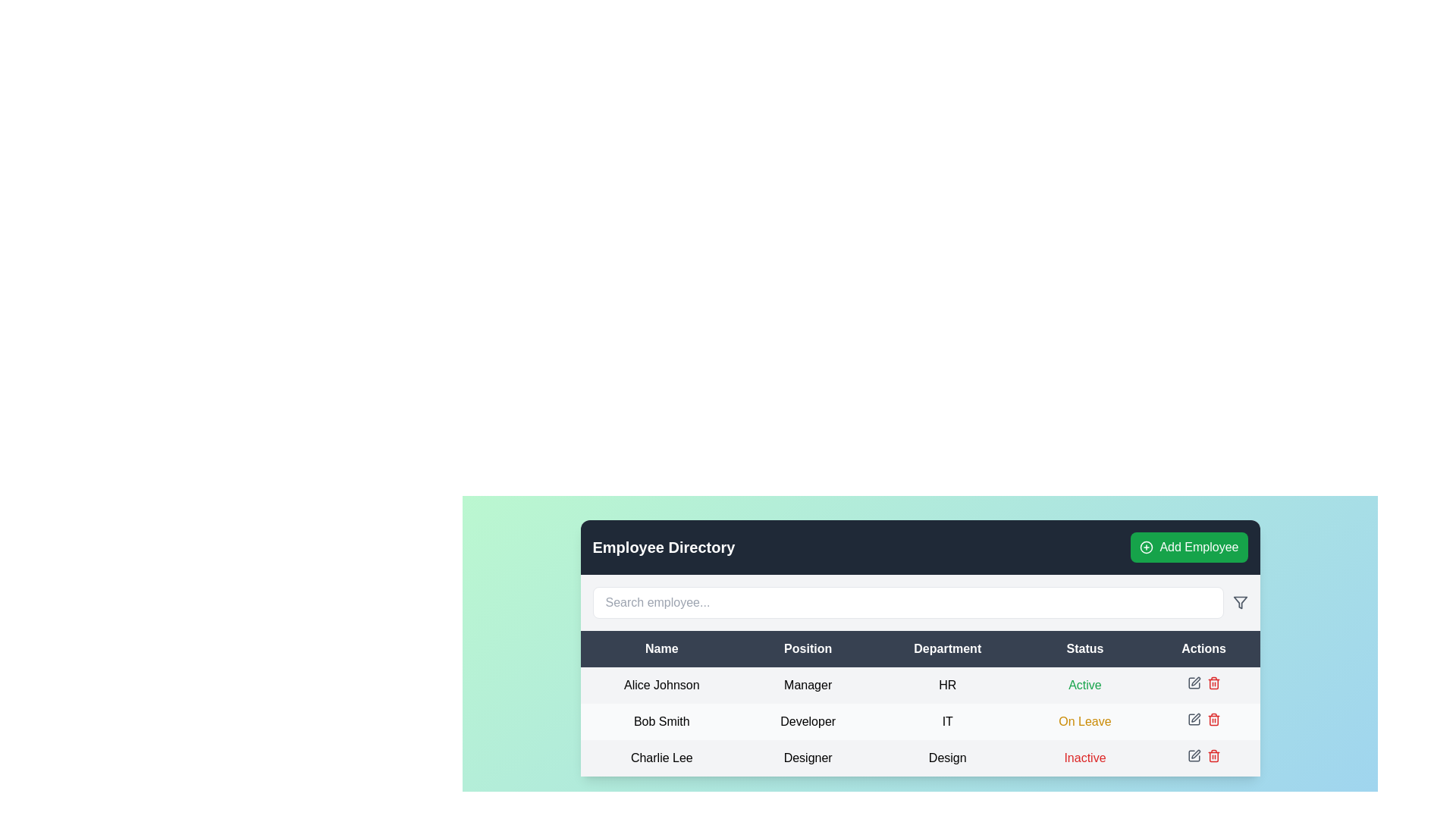 Image resolution: width=1456 pixels, height=819 pixels. Describe the element at coordinates (1193, 683) in the screenshot. I see `the Edit Button icon, which is a minimal square with rounded corners located in the Actions column of the HR department's table row, to initiate editing` at that location.